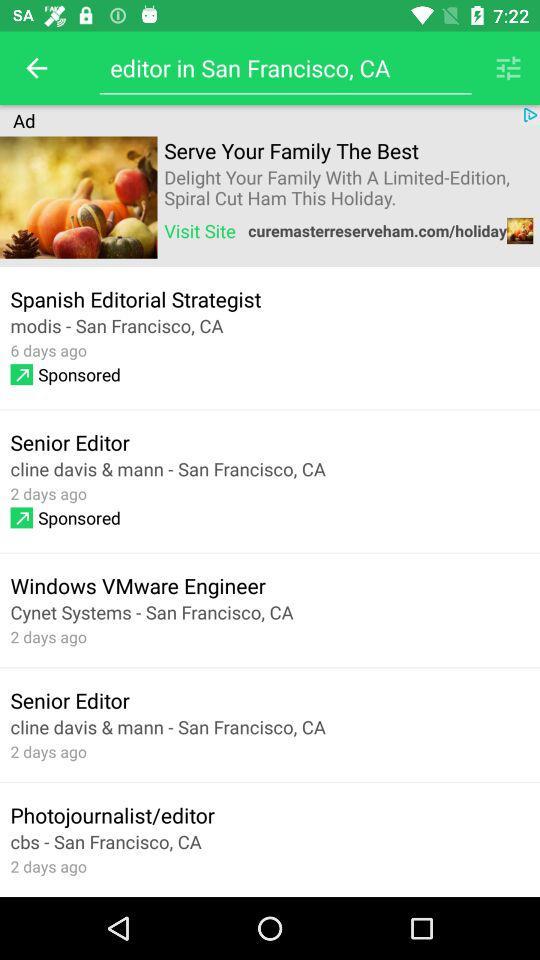 The width and height of the screenshot is (540, 960). Describe the element at coordinates (200, 230) in the screenshot. I see `the item to the left of the curemasterreserveham.com/holiday item` at that location.